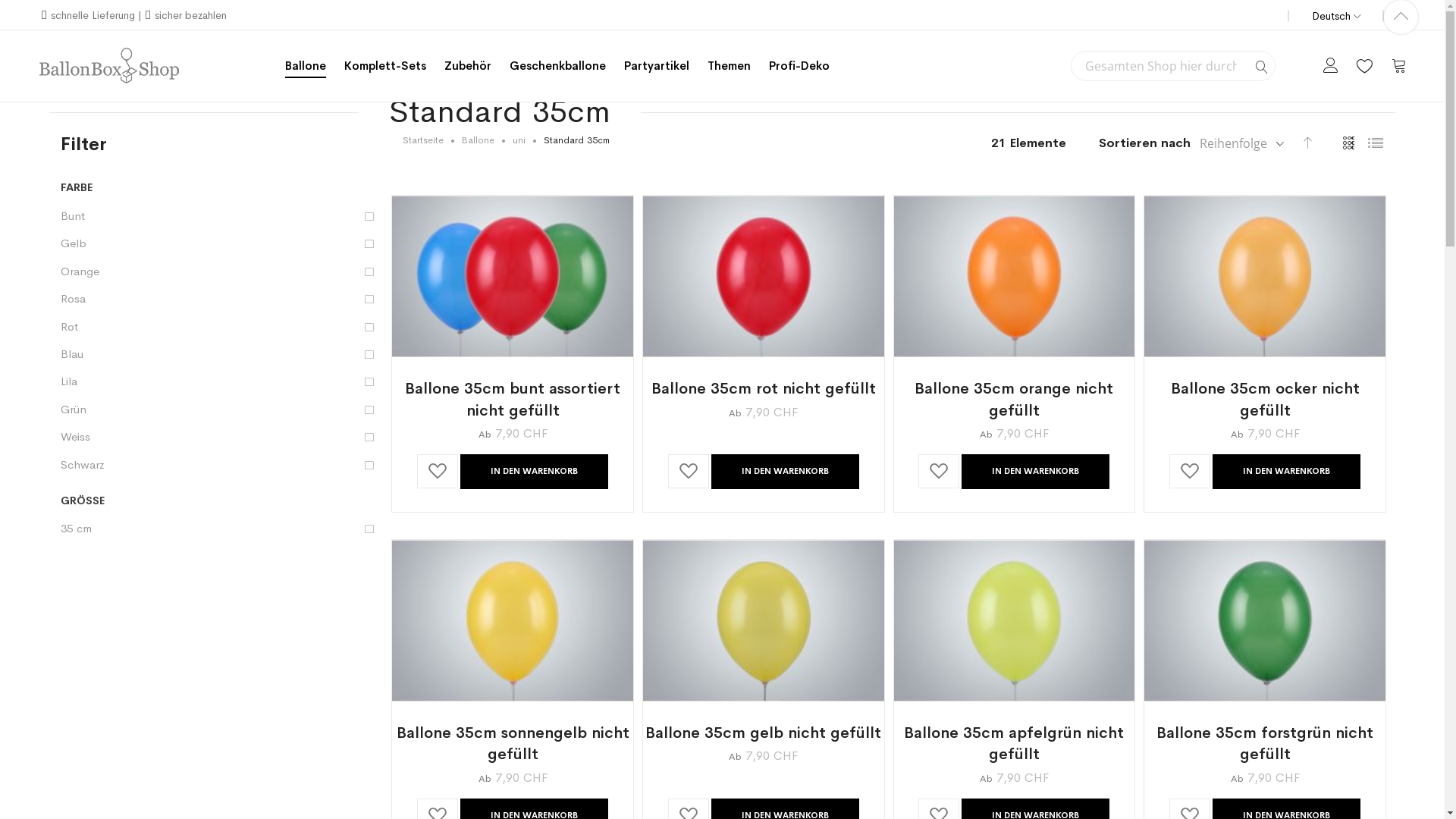  I want to click on 'Suche', so click(1262, 66).